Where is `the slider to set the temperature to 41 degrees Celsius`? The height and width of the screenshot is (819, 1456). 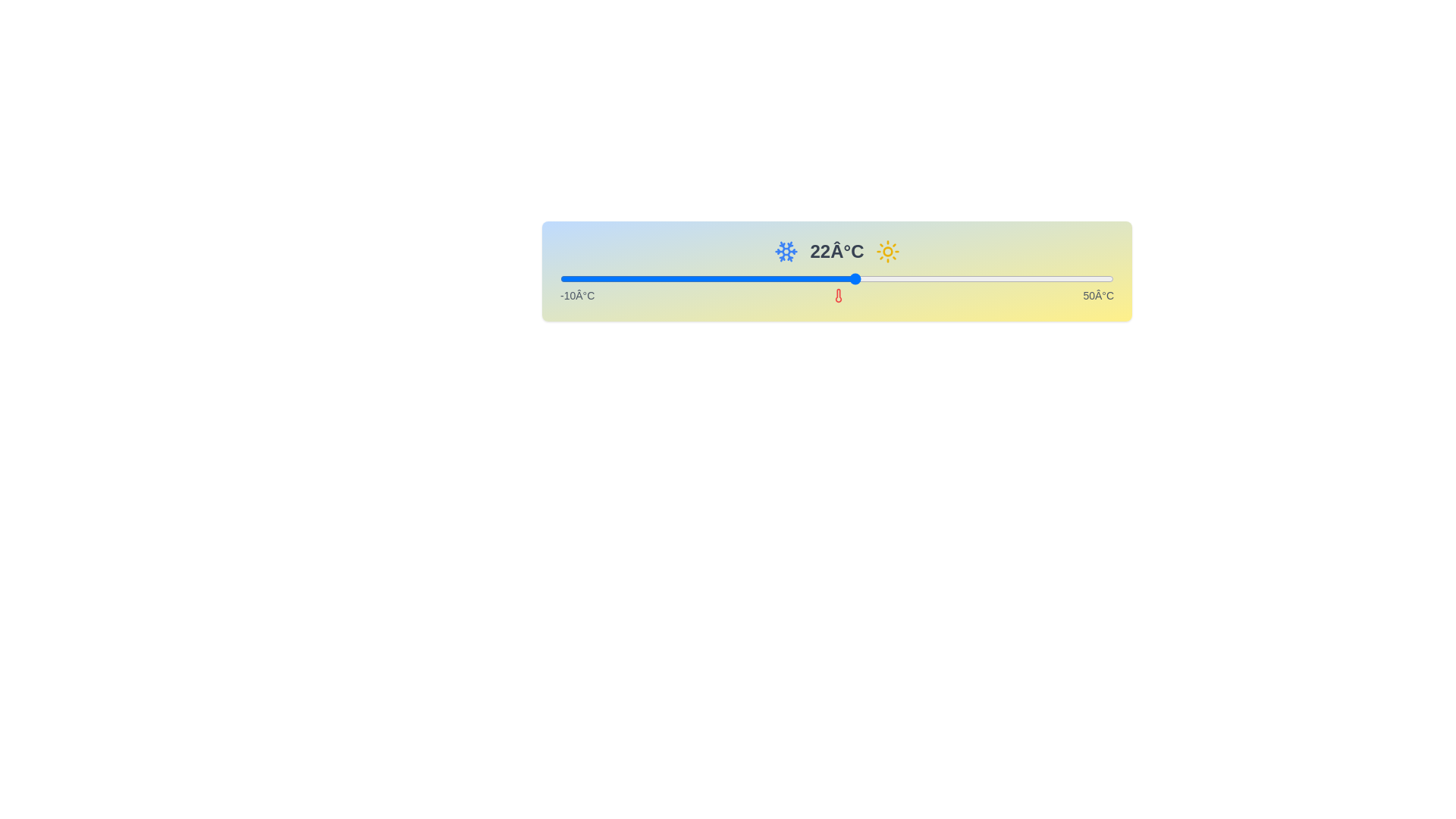
the slider to set the temperature to 41 degrees Celsius is located at coordinates (1031, 278).